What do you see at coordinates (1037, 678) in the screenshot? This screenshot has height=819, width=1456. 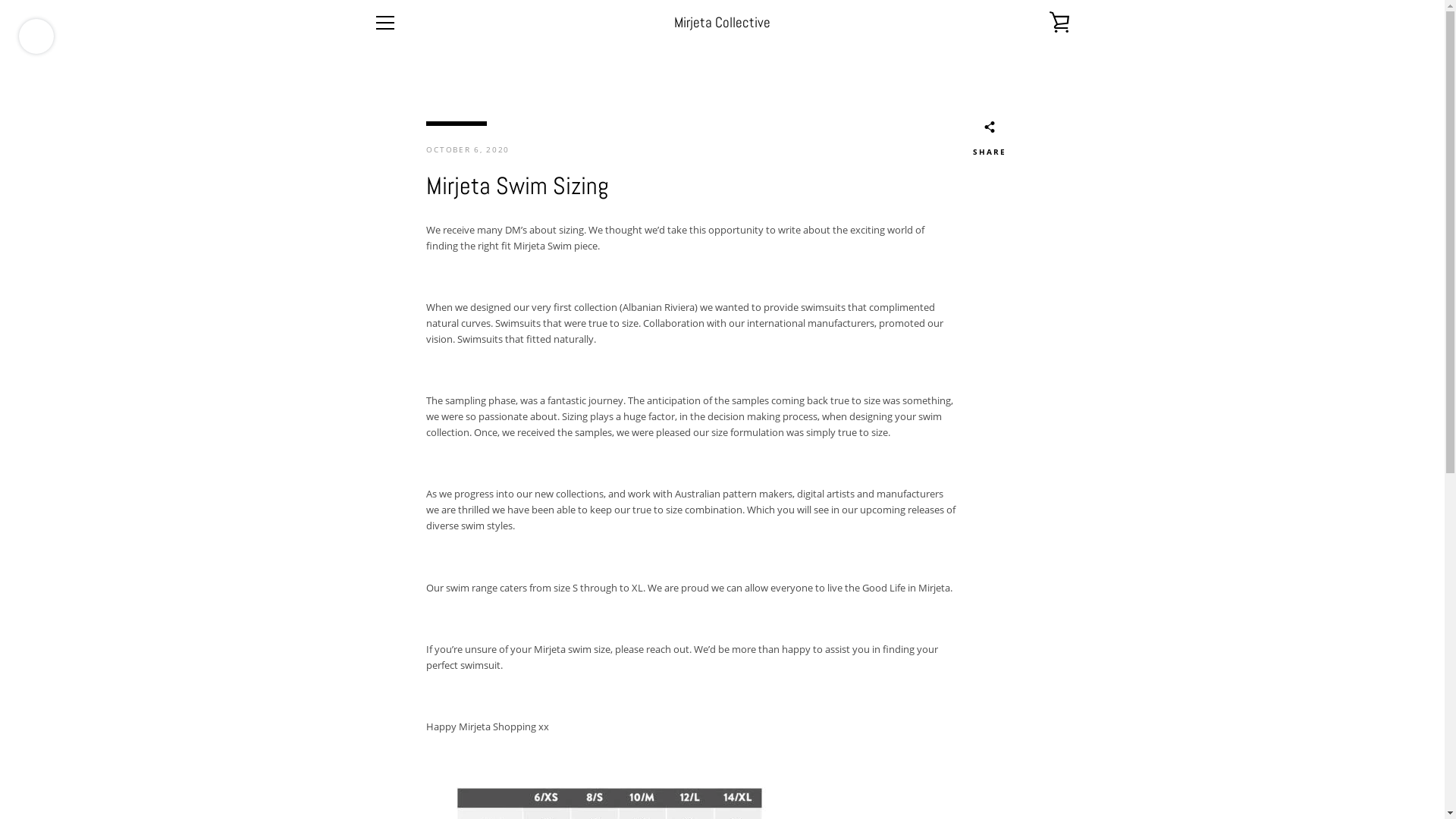 I see `'SUBSCRIBE'` at bounding box center [1037, 678].